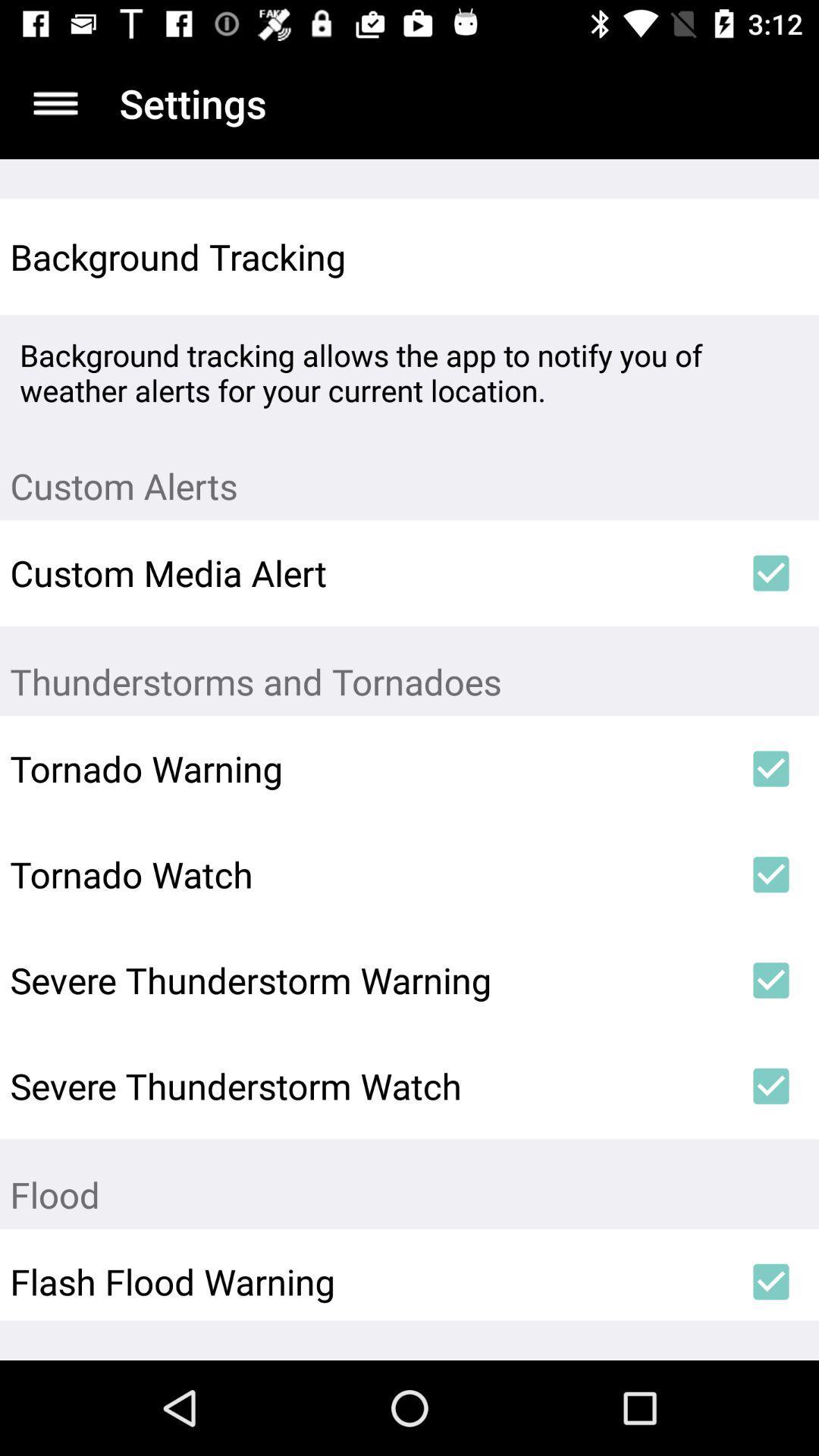 This screenshot has width=819, height=1456. Describe the element at coordinates (55, 102) in the screenshot. I see `list of options` at that location.